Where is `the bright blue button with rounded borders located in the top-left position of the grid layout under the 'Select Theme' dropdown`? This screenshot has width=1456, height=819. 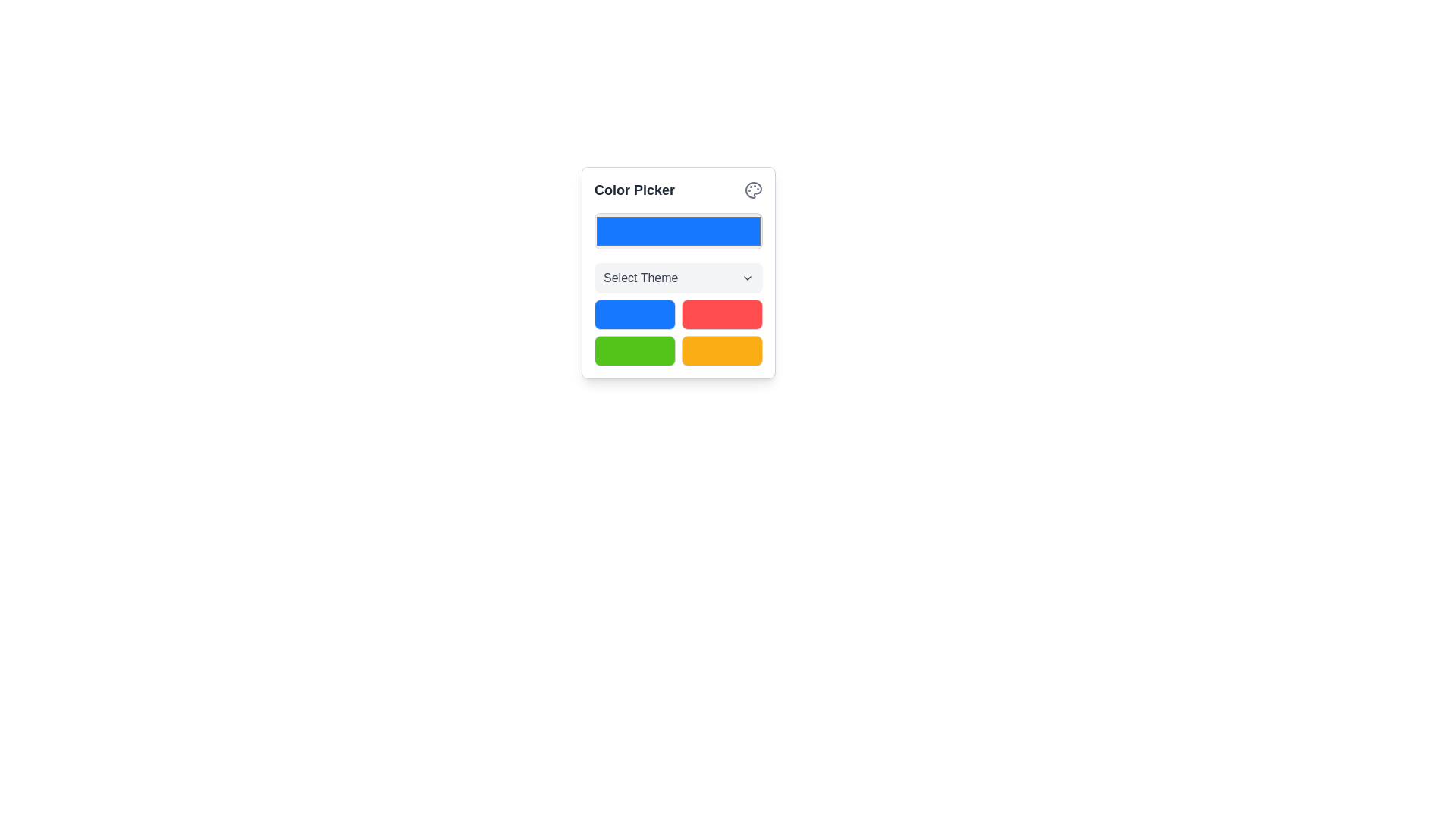 the bright blue button with rounded borders located in the top-left position of the grid layout under the 'Select Theme' dropdown is located at coordinates (635, 314).